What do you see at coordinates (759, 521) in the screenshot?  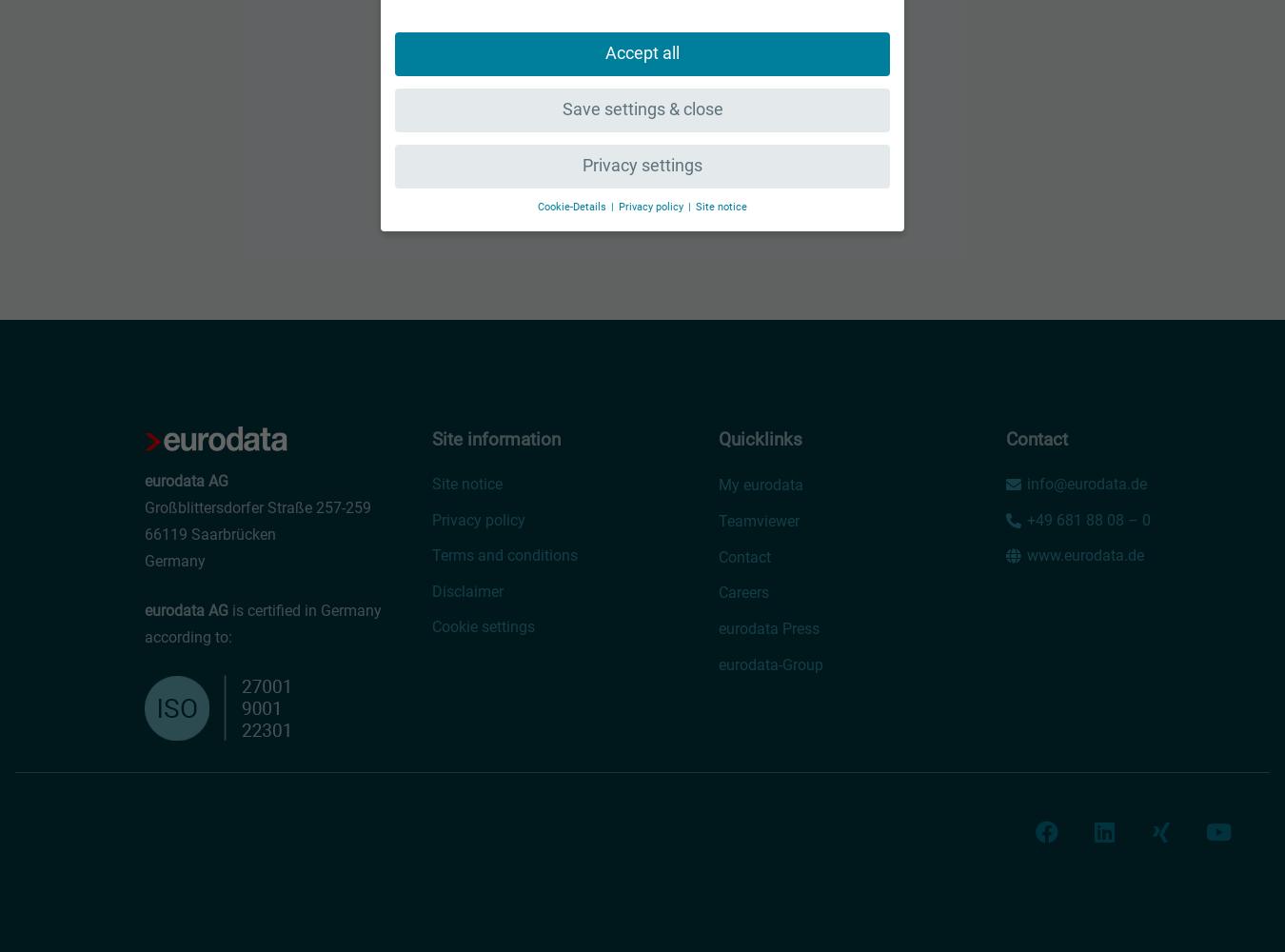 I see `'Teamviewer'` at bounding box center [759, 521].